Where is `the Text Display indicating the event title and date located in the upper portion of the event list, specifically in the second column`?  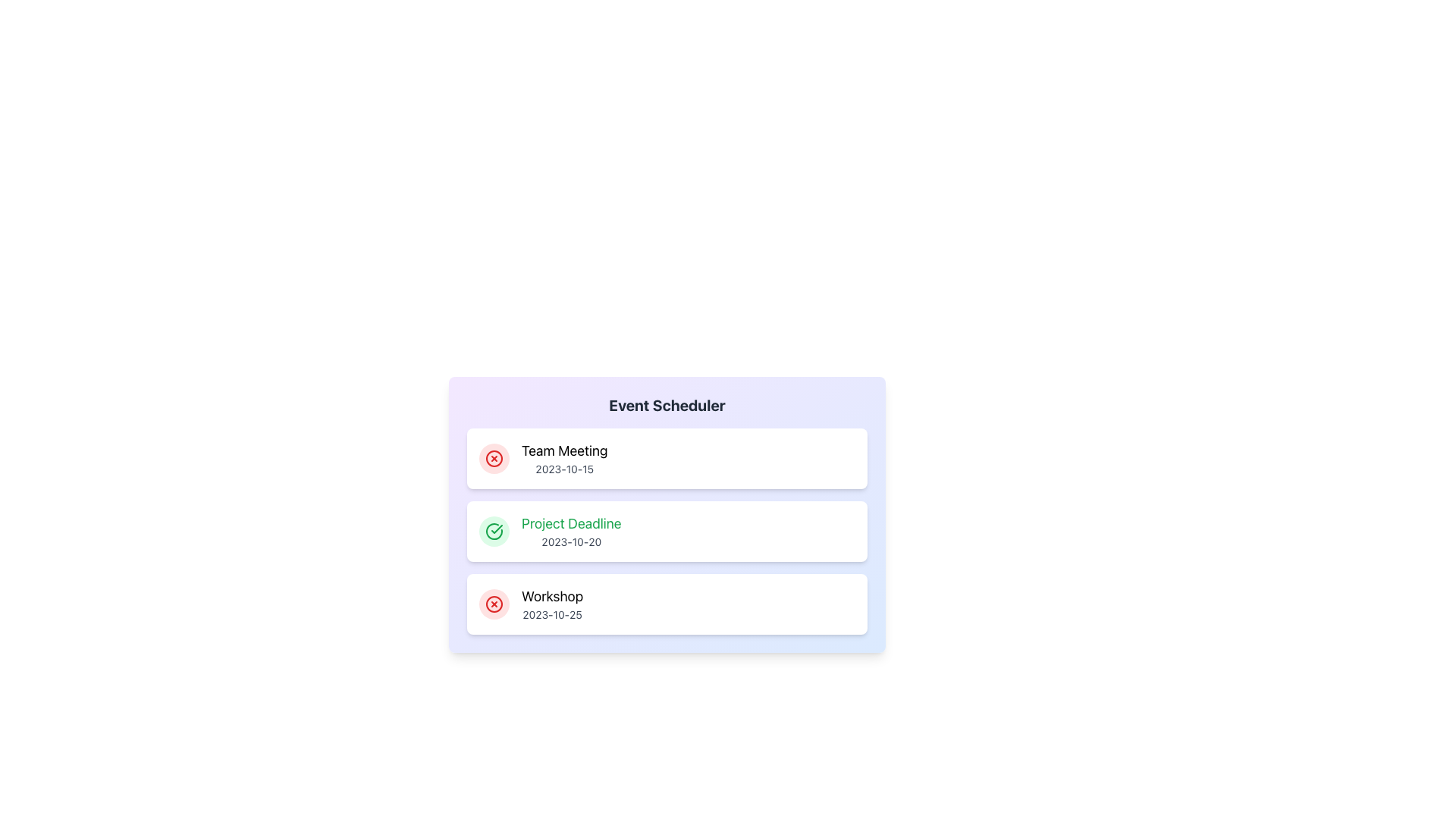 the Text Display indicating the event title and date located in the upper portion of the event list, specifically in the second column is located at coordinates (563, 458).